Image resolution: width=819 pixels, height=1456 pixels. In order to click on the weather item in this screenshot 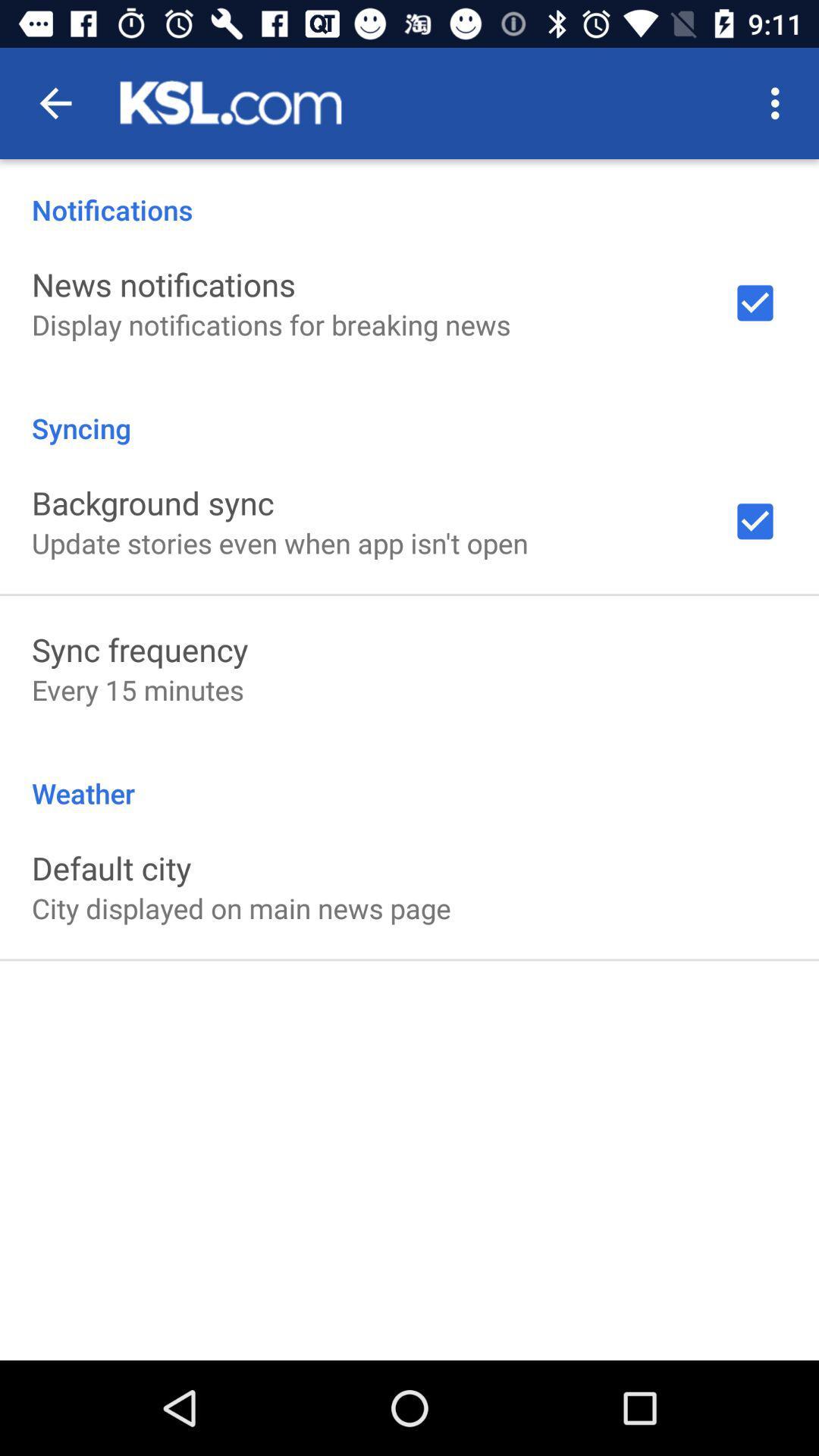, I will do `click(409, 777)`.